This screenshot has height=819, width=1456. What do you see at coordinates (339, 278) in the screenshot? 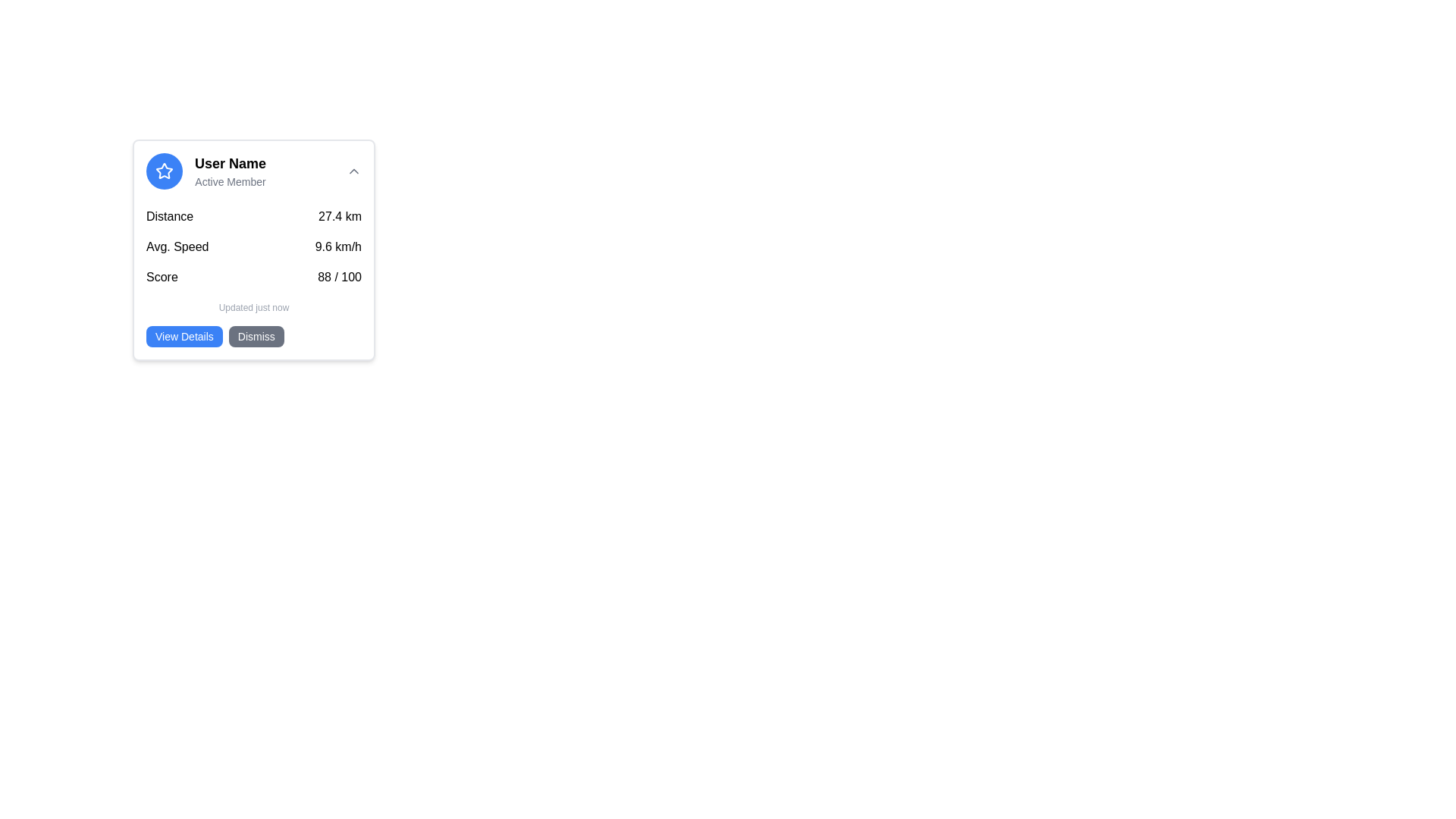
I see `the Text label displaying the user's score, located in the right half of the horizontal arrangement under the 'Score' label` at bounding box center [339, 278].